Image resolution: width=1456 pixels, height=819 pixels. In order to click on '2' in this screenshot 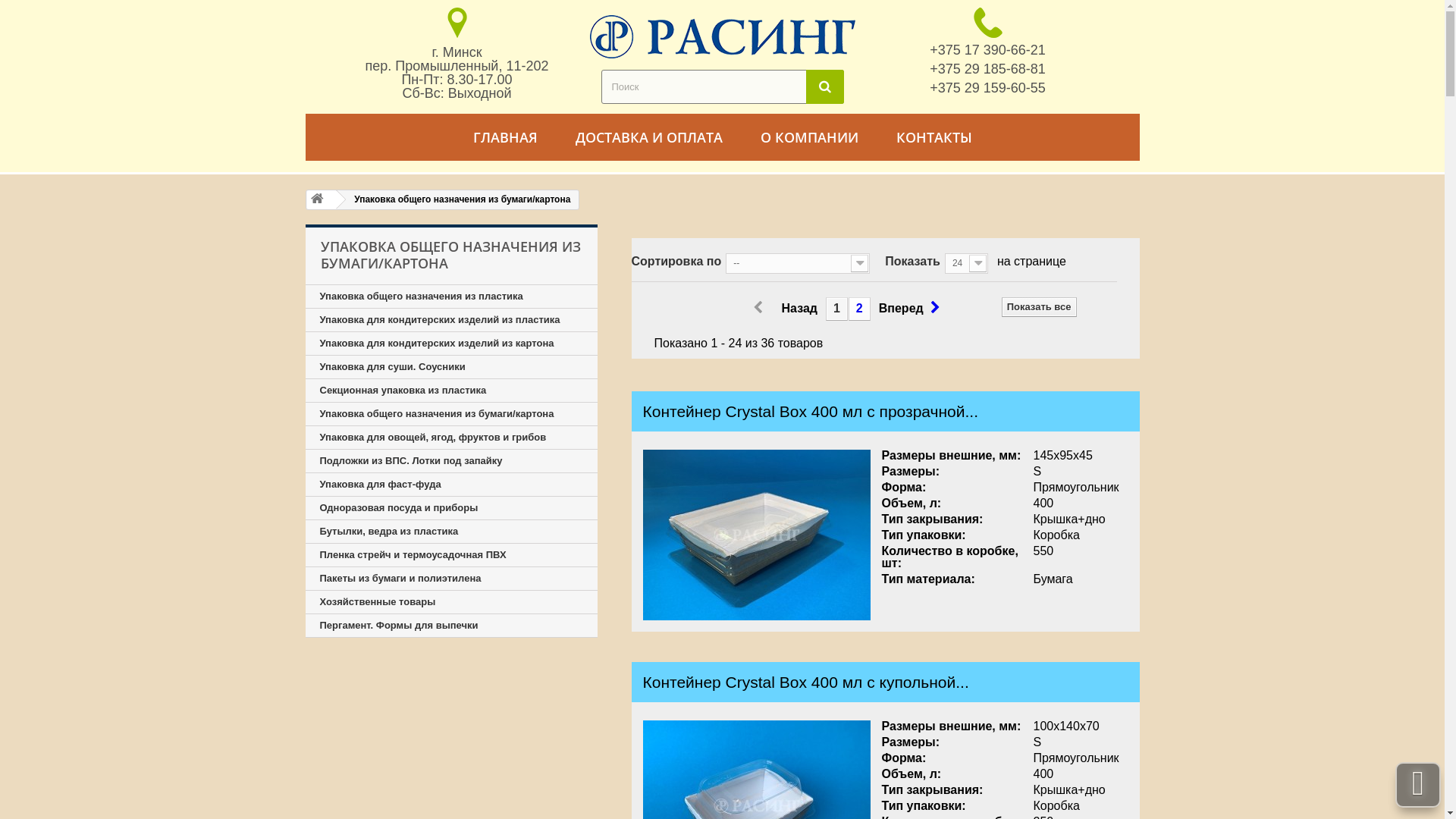, I will do `click(847, 308)`.